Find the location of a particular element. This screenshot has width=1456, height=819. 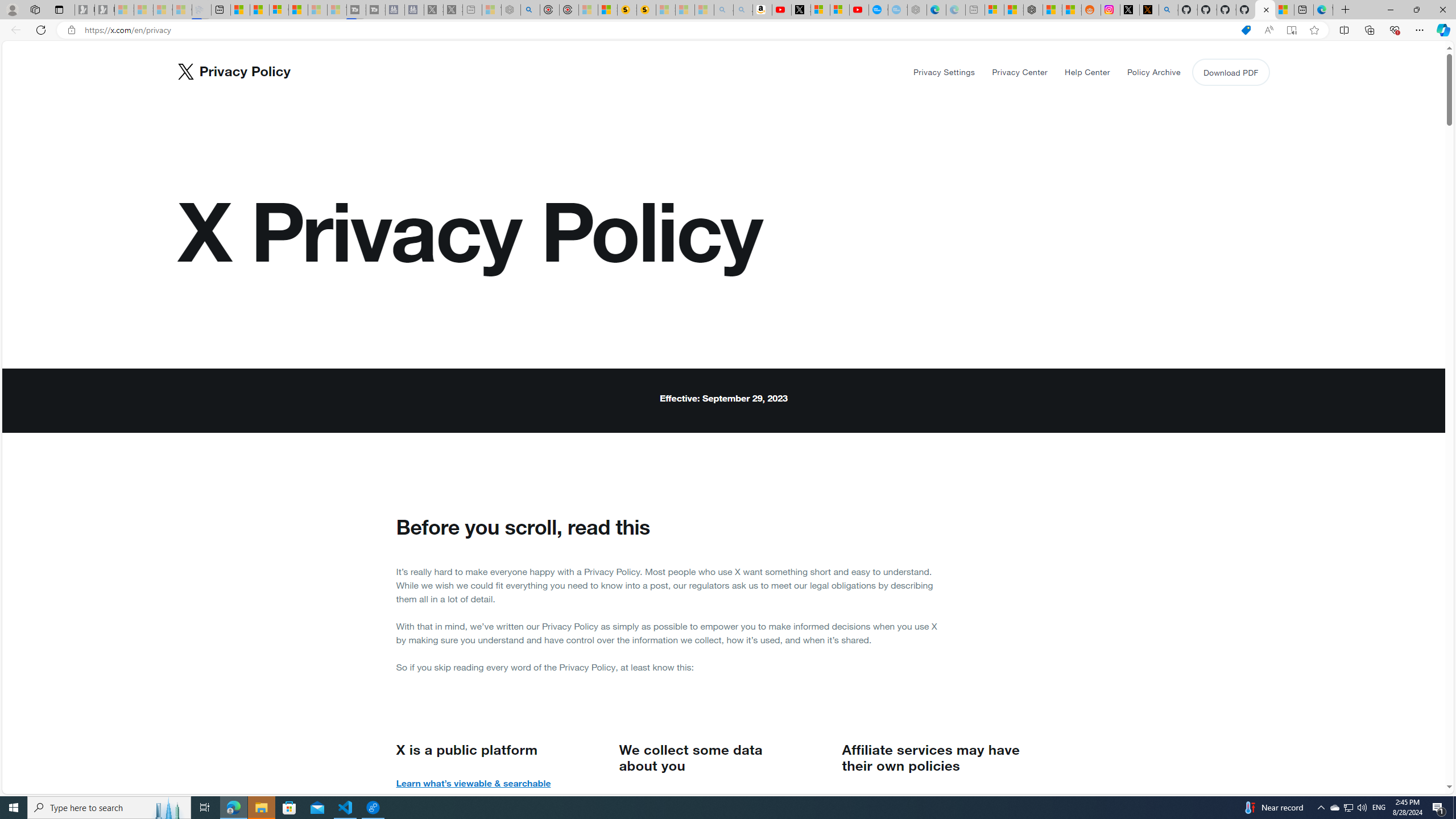

'Policy Archive' is located at coordinates (1153, 72).